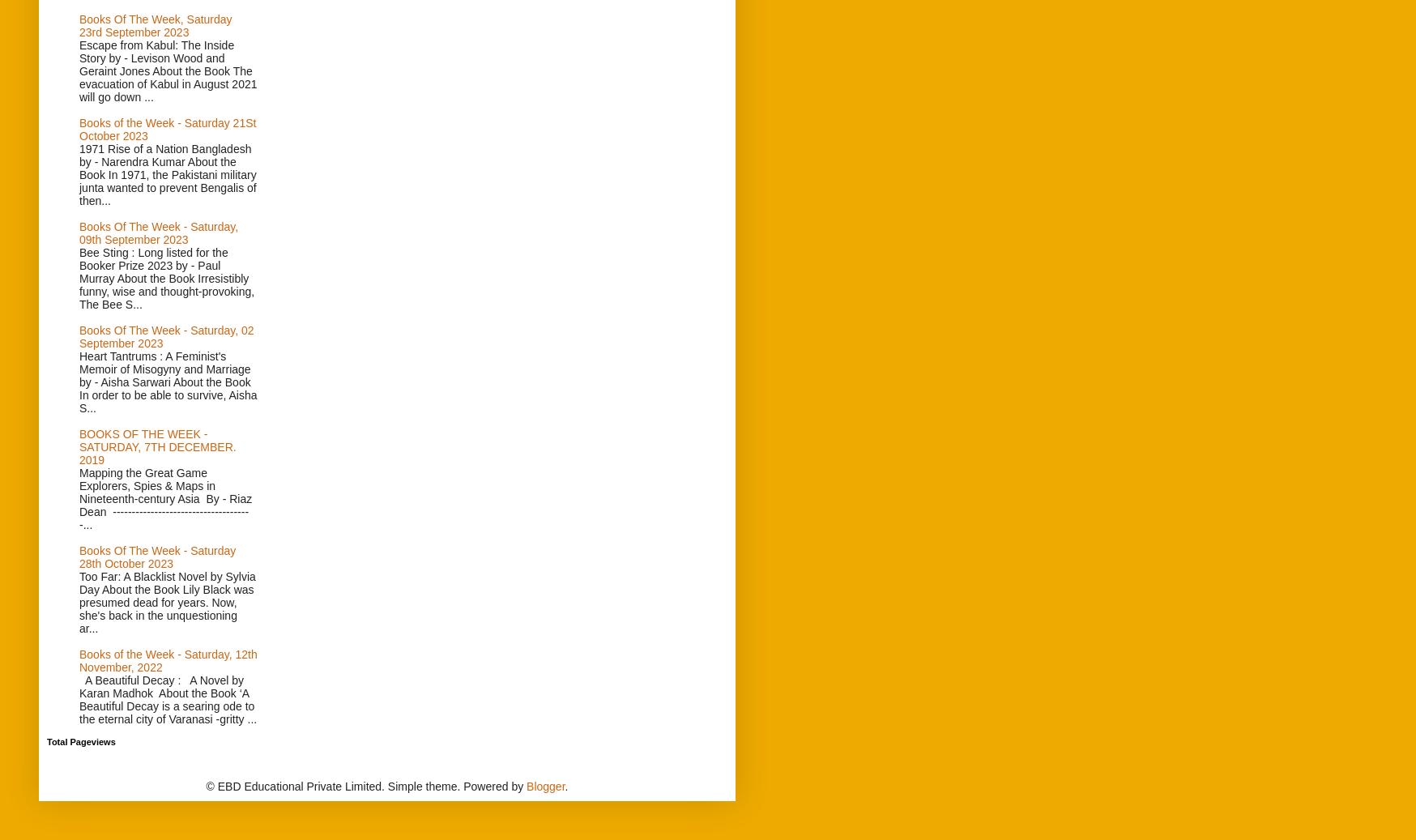 This screenshot has height=840, width=1416. Describe the element at coordinates (79, 382) in the screenshot. I see `'Heart Tantrums :  A Feminist's Memoir of Misogyny and Marriage by - Aisha Sarwari About the Book In order to be able to survive, Aisha S...'` at that location.